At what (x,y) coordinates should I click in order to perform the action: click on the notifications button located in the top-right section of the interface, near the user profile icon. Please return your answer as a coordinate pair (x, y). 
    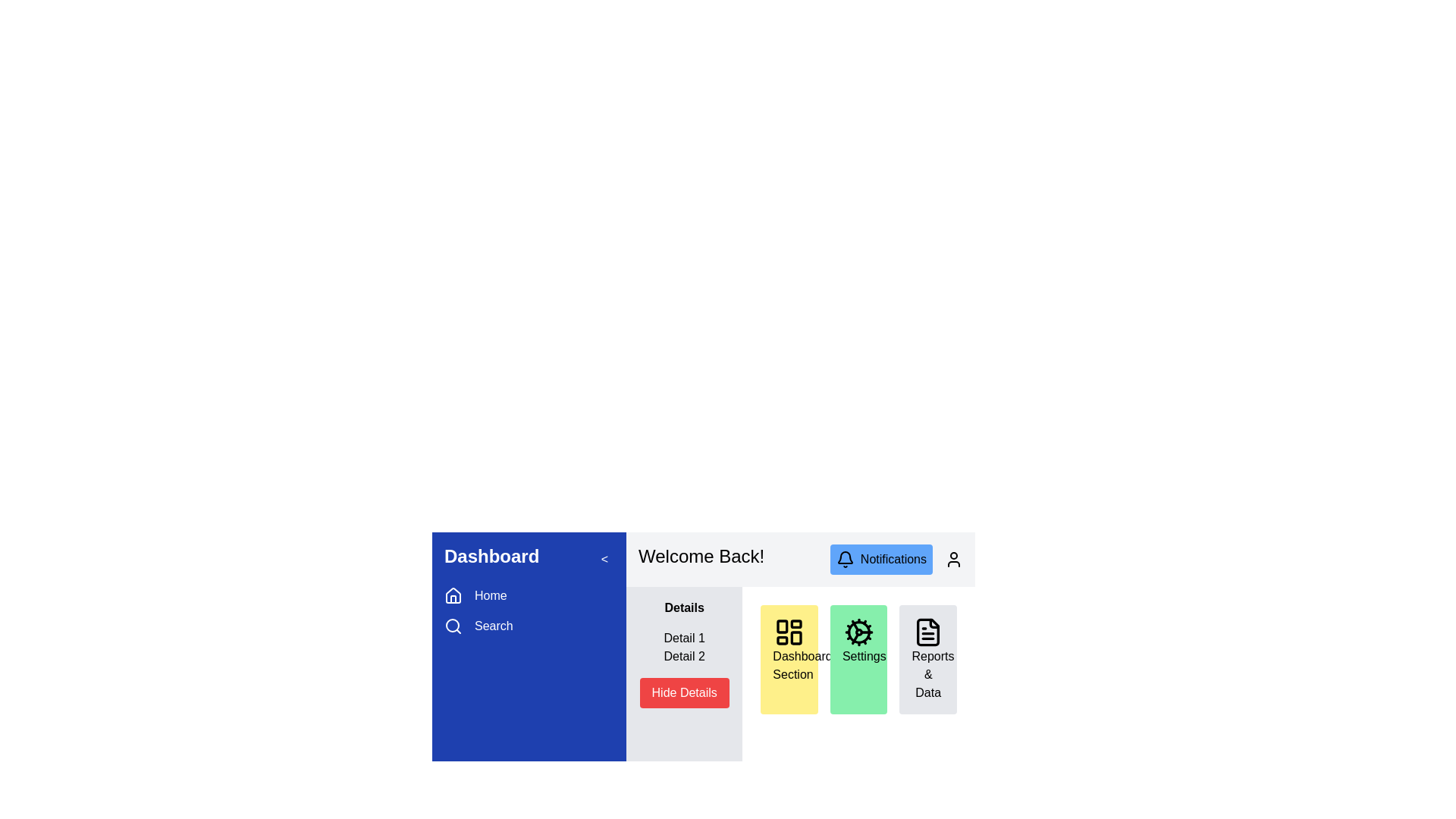
    Looking at the image, I should click on (881, 559).